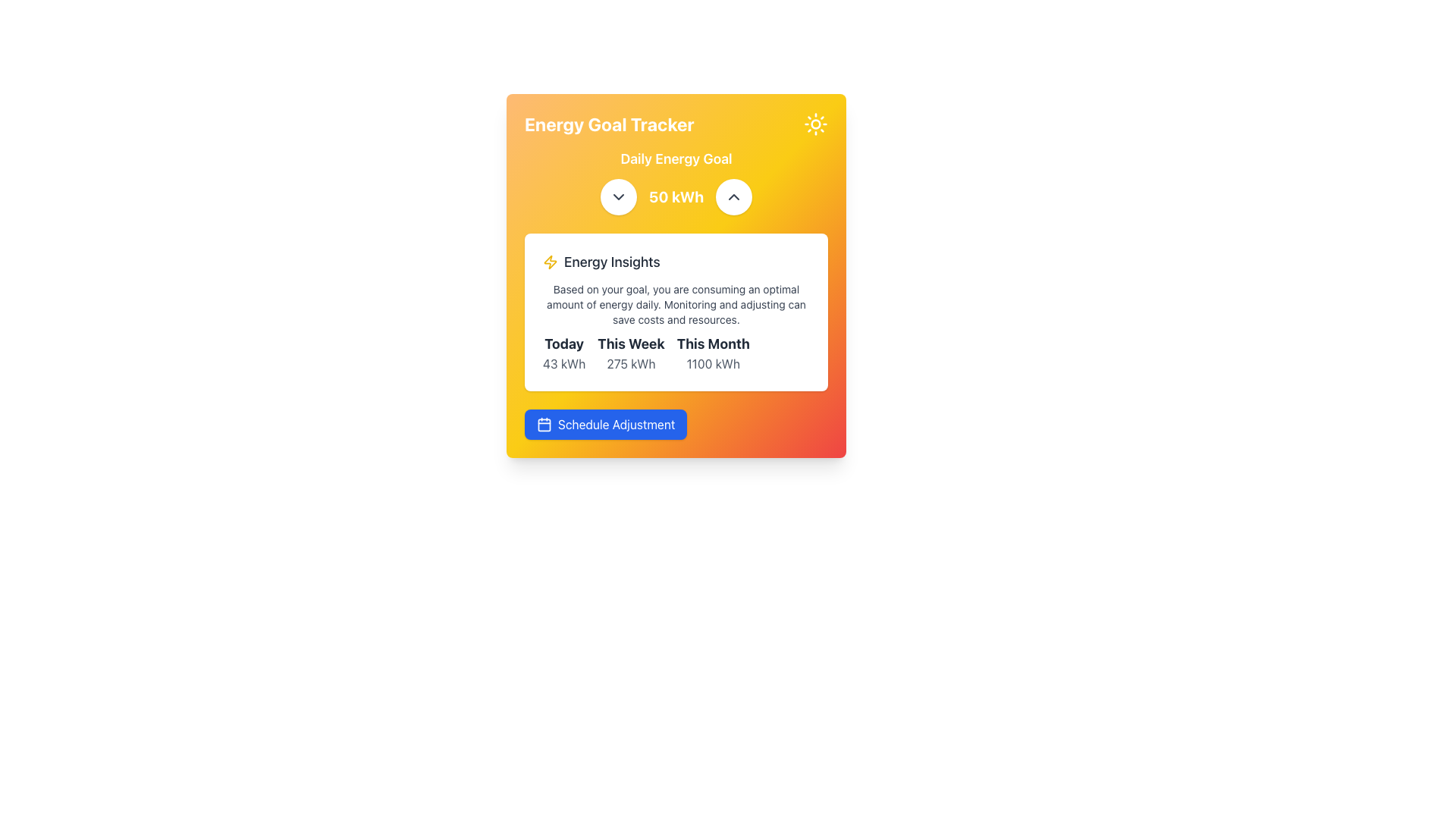 The height and width of the screenshot is (819, 1456). Describe the element at coordinates (549, 262) in the screenshot. I see `the yellow lightning bolt icon located in the top-right corner adjacent to the 'Energy Goal Tracker' title` at that location.